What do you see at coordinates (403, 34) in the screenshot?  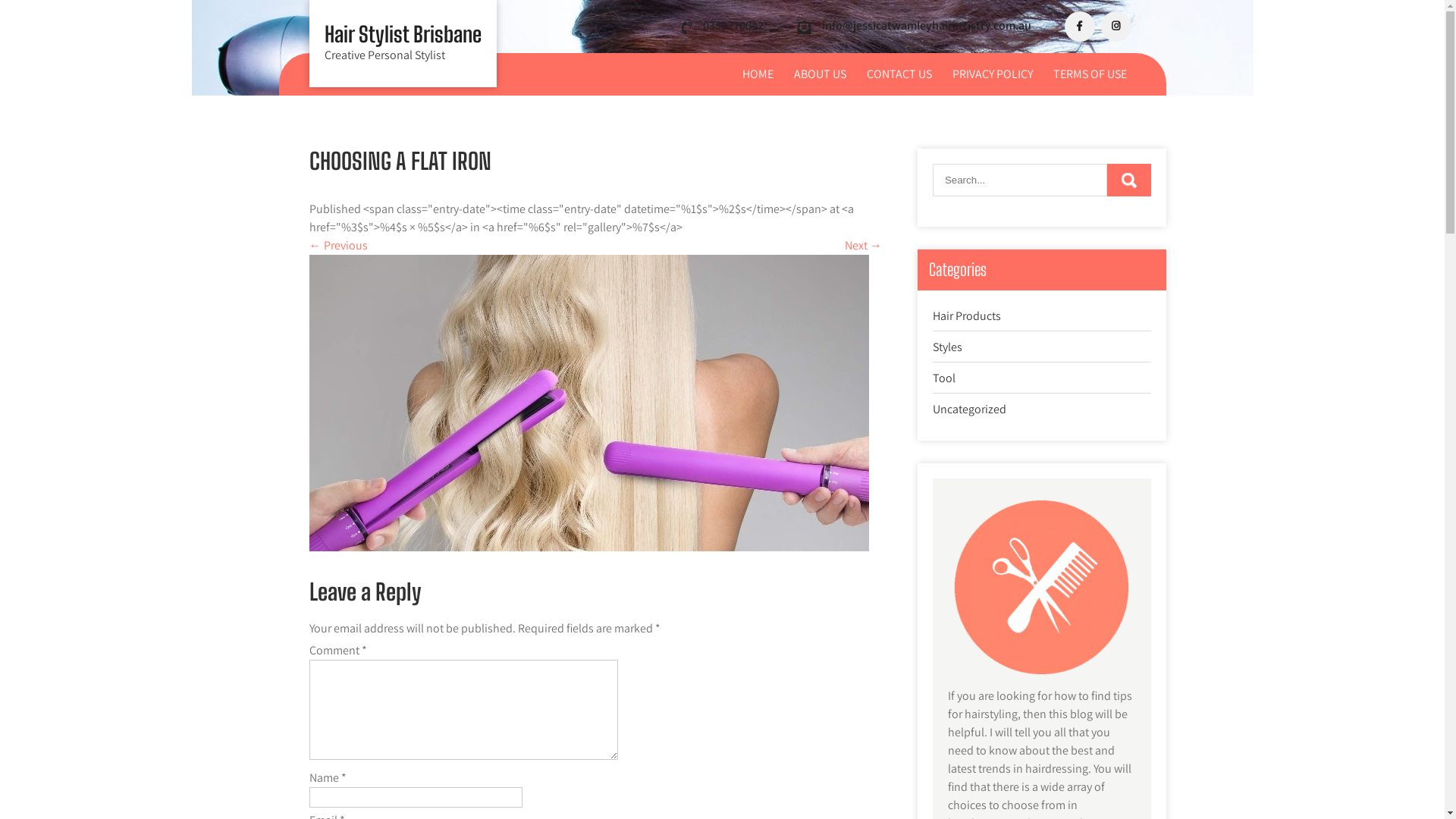 I see `'Hair Stylist Brisbane'` at bounding box center [403, 34].